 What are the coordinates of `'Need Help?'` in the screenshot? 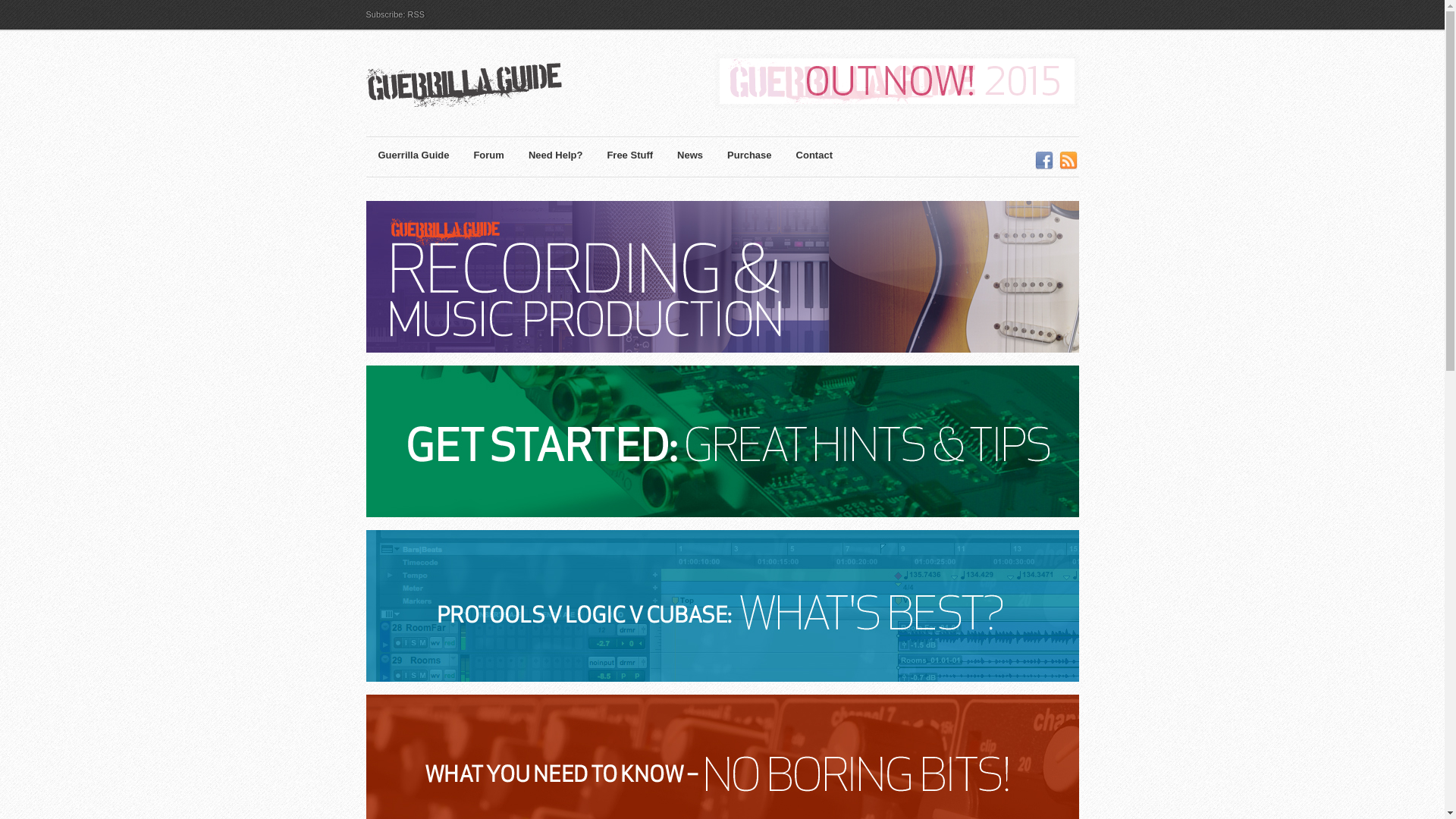 It's located at (555, 157).